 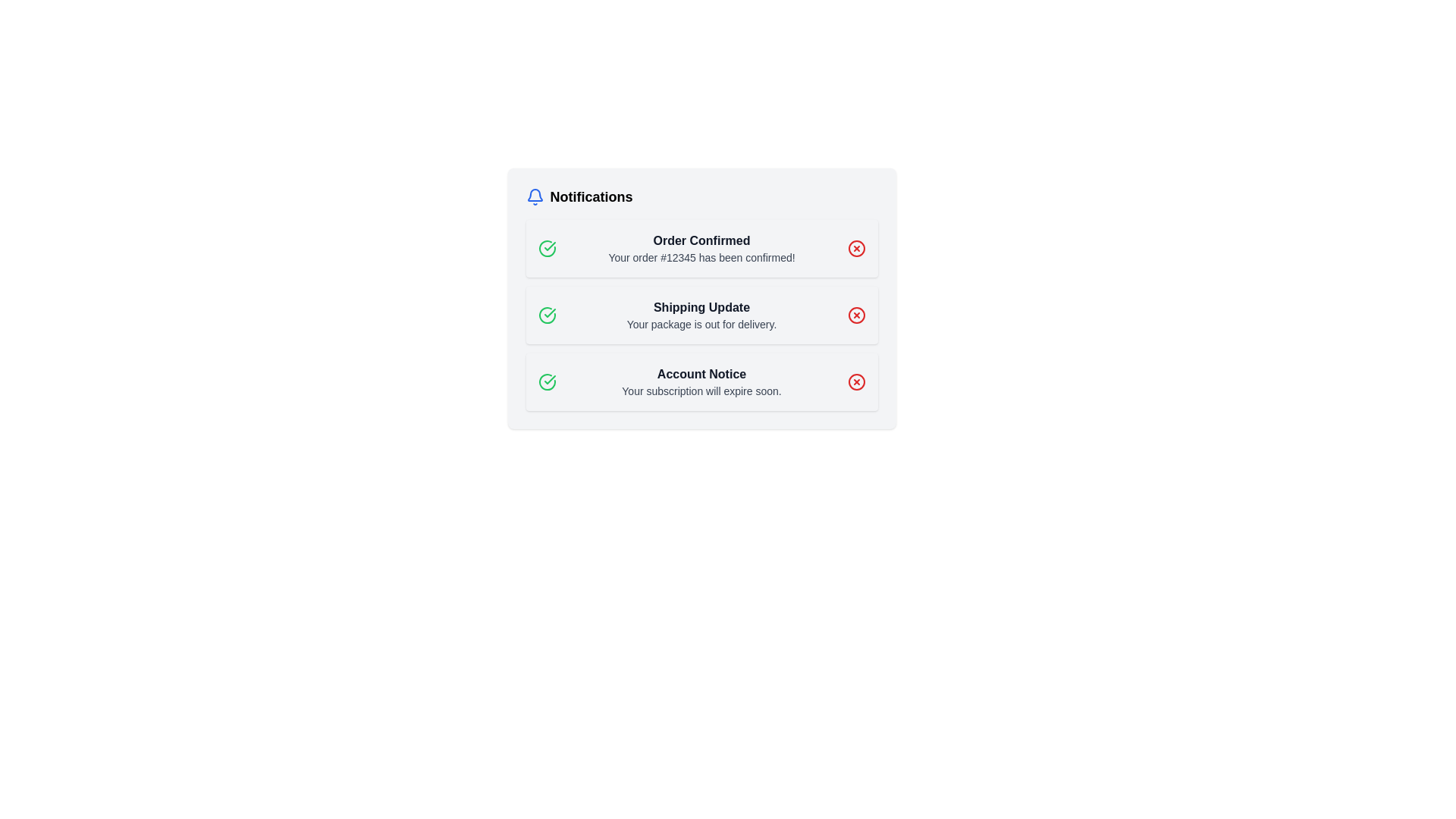 What do you see at coordinates (701, 381) in the screenshot?
I see `text displayed in the third notification of the notification list, which contains 'Account Notice' and 'Your subscription will expire soon.'` at bounding box center [701, 381].